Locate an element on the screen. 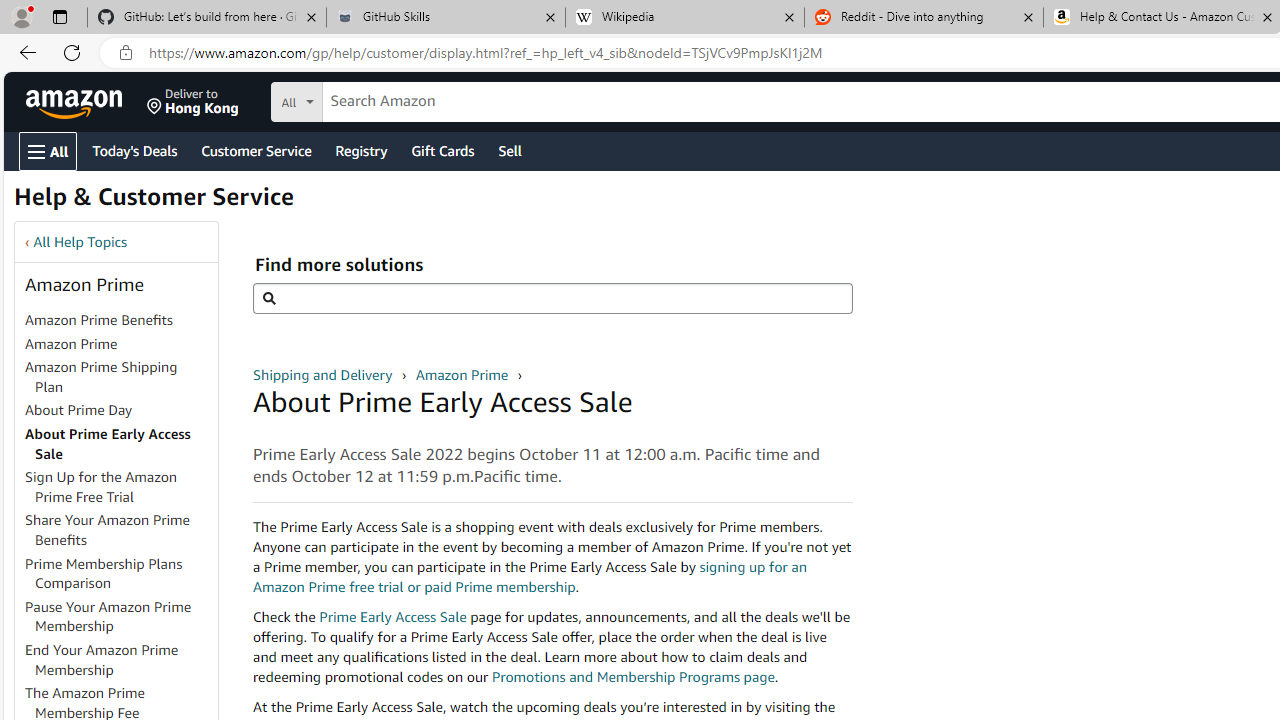 The image size is (1280, 720). 'Pause Your Amazon Prime Membership' is located at coordinates (107, 615).